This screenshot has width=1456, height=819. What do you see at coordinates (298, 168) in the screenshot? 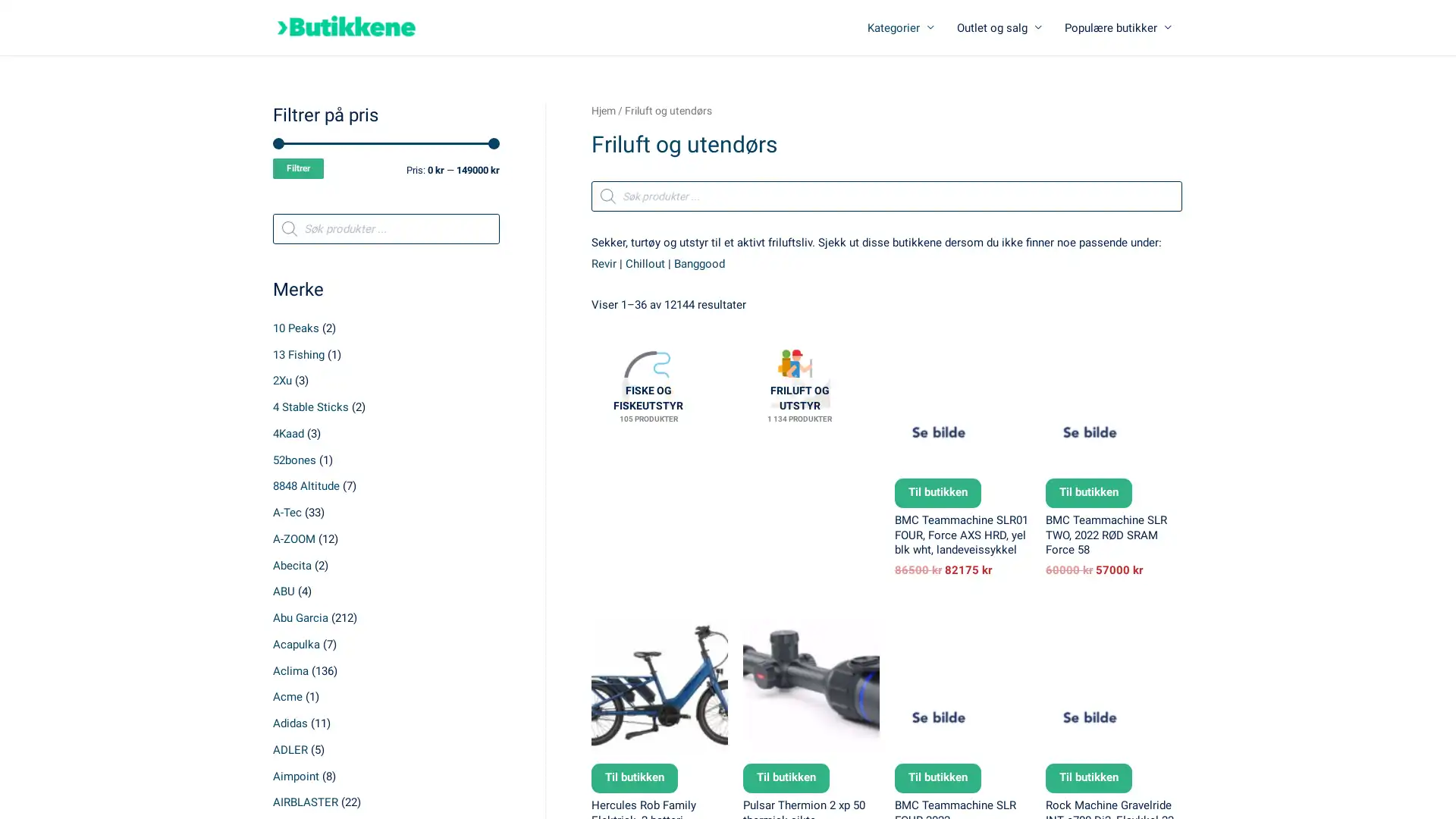
I see `Filtrer` at bounding box center [298, 168].